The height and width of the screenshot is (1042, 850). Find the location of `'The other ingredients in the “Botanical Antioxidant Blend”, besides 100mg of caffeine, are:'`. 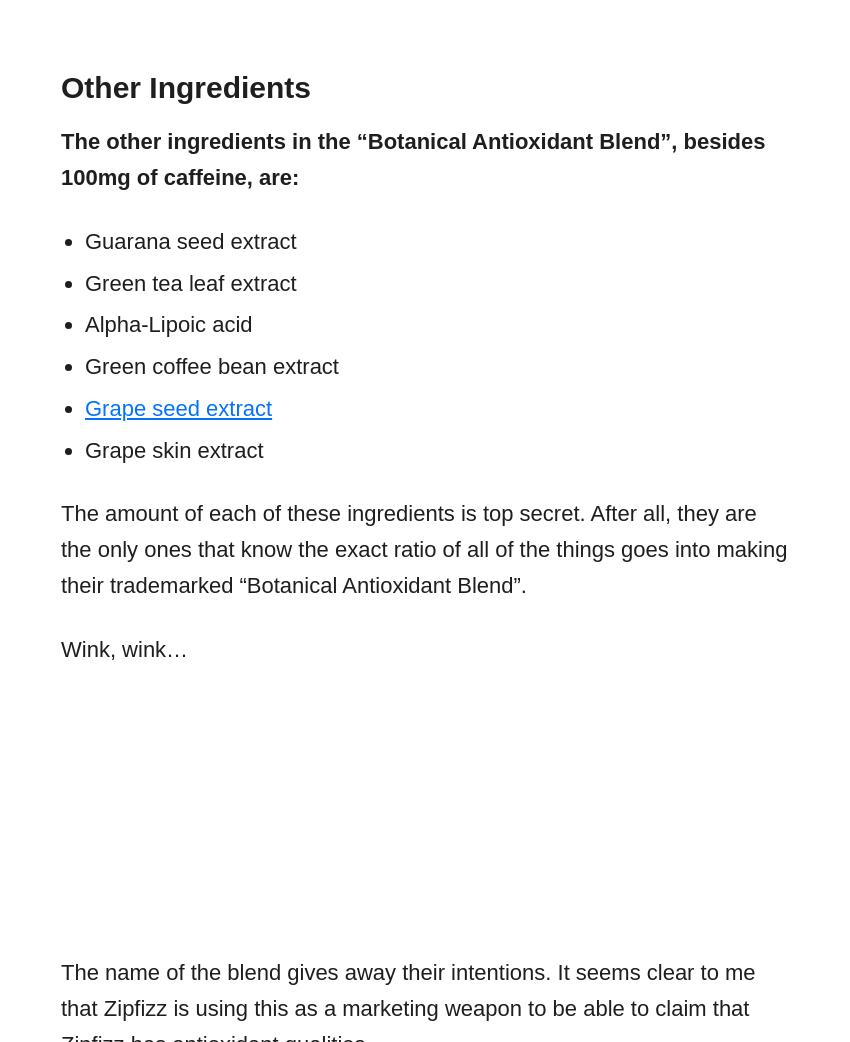

'The other ingredients in the “Botanical Antioxidant Blend”, besides 100mg of caffeine, are:' is located at coordinates (61, 159).